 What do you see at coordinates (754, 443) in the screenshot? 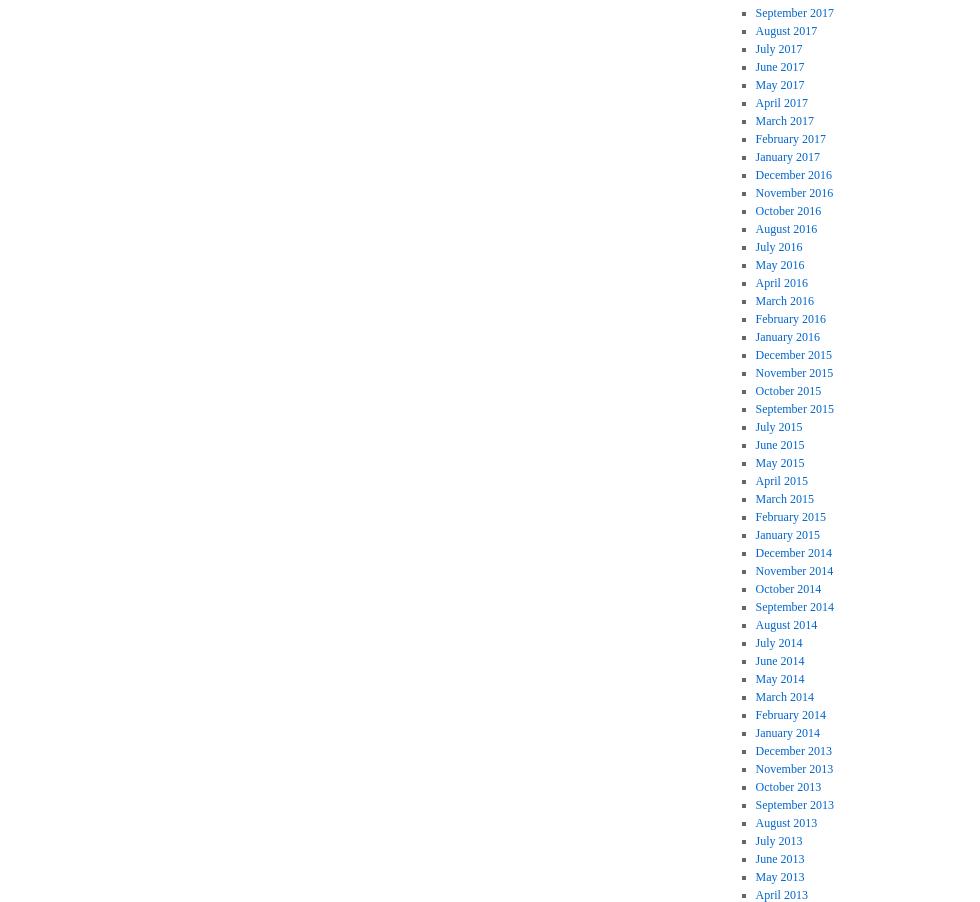
I see `'June 2015'` at bounding box center [754, 443].